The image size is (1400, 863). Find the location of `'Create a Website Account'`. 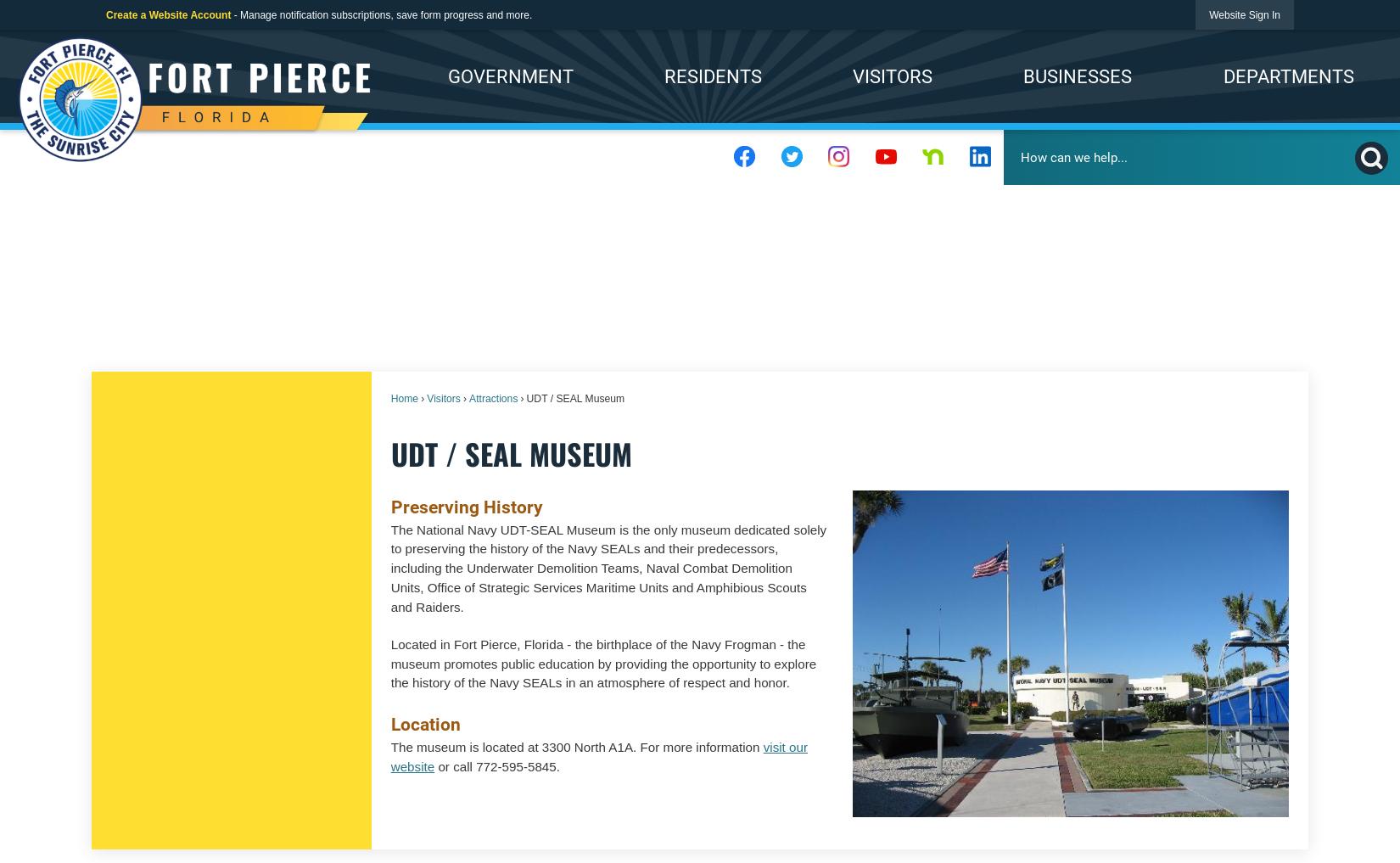

'Create a Website Account' is located at coordinates (168, 14).